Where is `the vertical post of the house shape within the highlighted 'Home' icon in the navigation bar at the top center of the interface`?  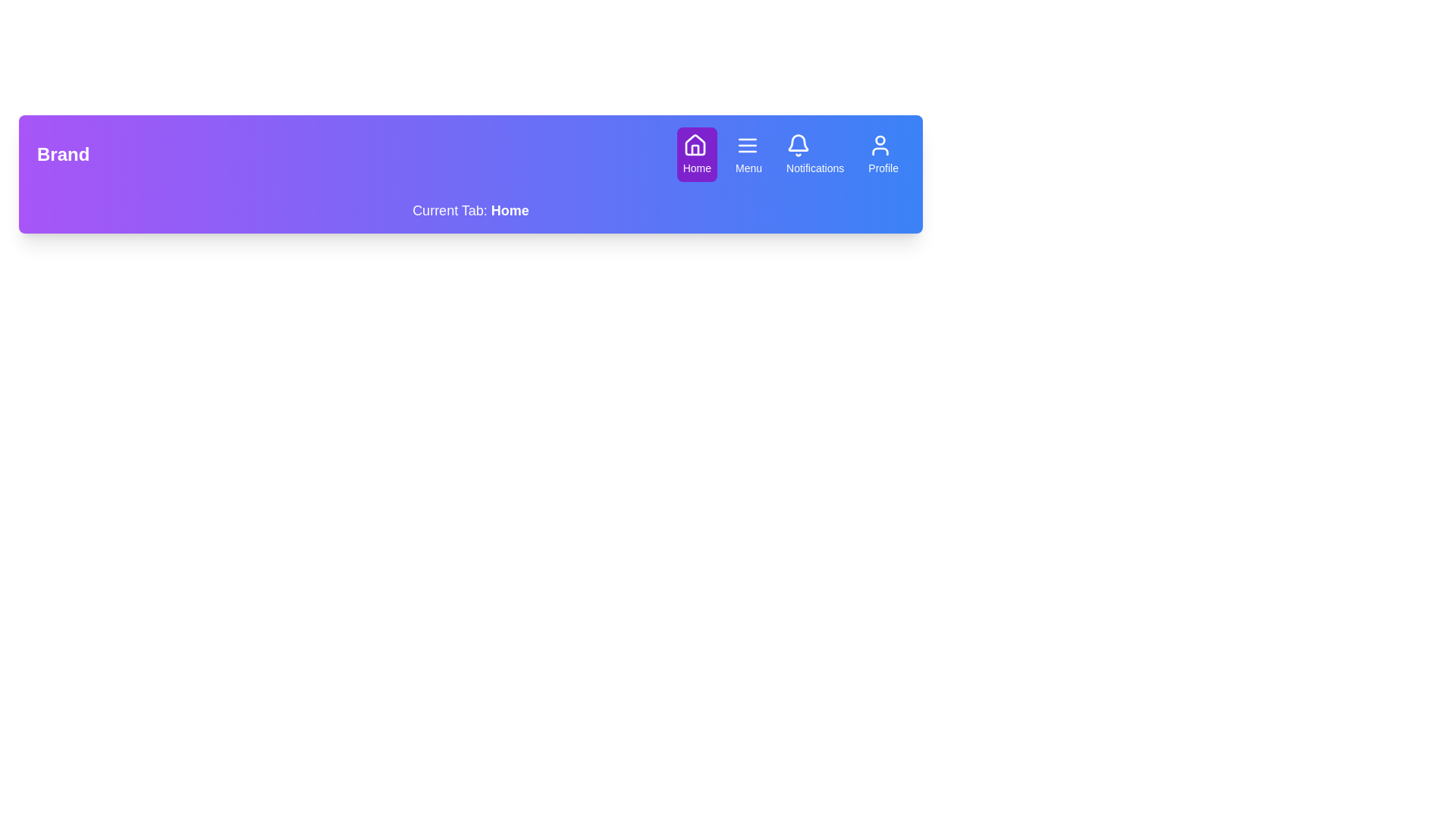 the vertical post of the house shape within the highlighted 'Home' icon in the navigation bar at the top center of the interface is located at coordinates (694, 149).